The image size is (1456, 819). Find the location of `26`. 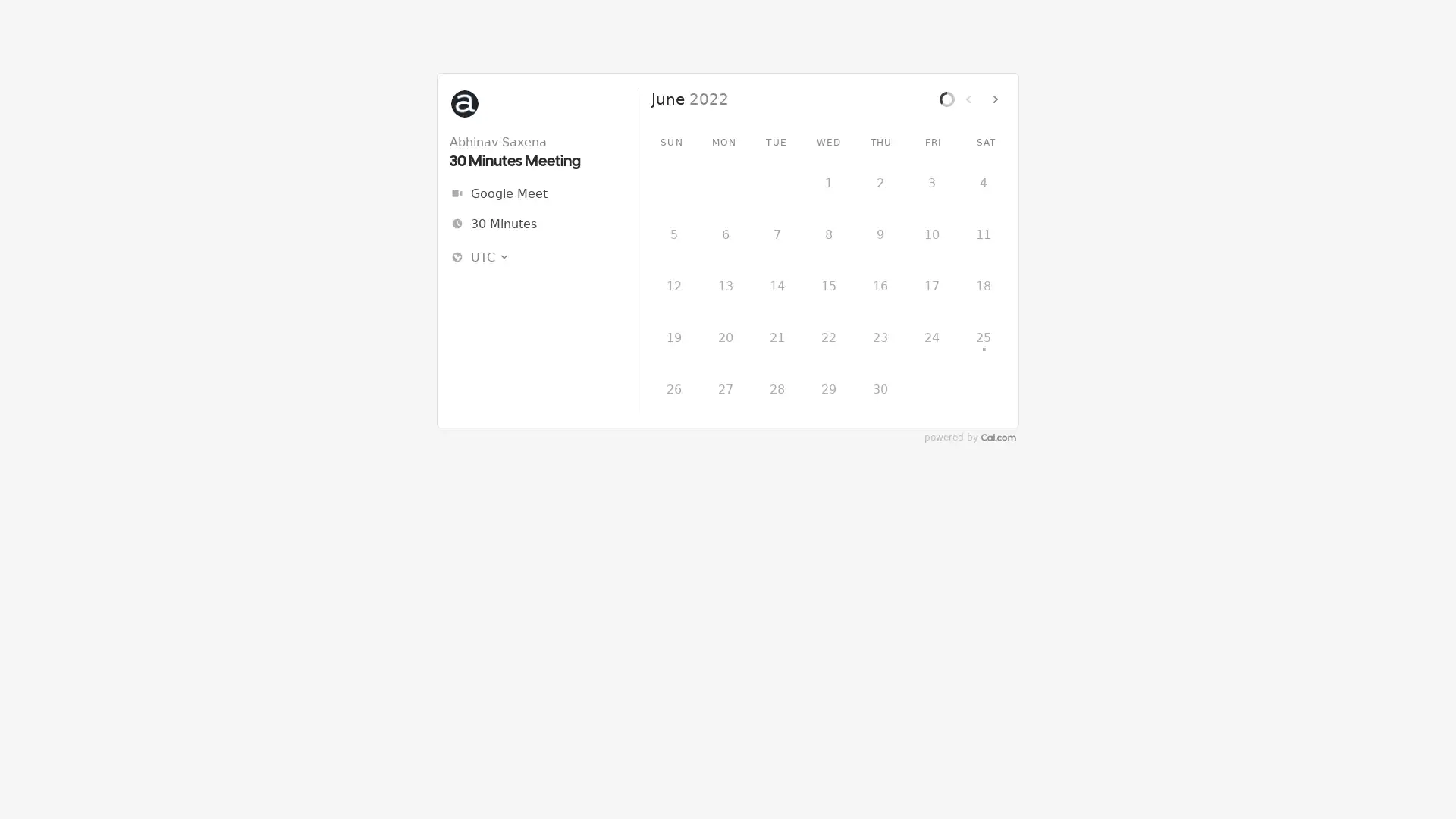

26 is located at coordinates (673, 388).